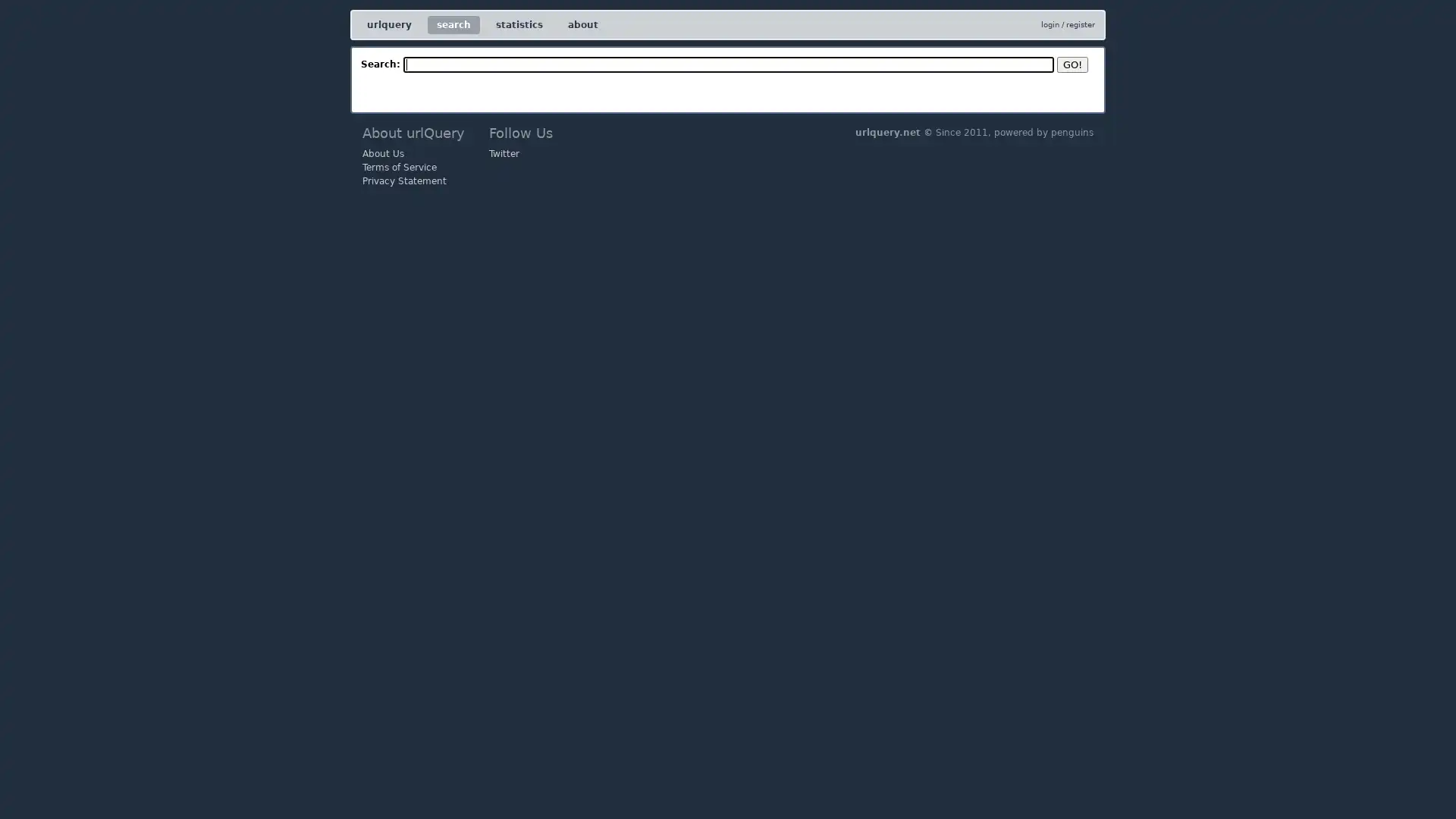 The image size is (1456, 819). I want to click on GO!, so click(1072, 64).